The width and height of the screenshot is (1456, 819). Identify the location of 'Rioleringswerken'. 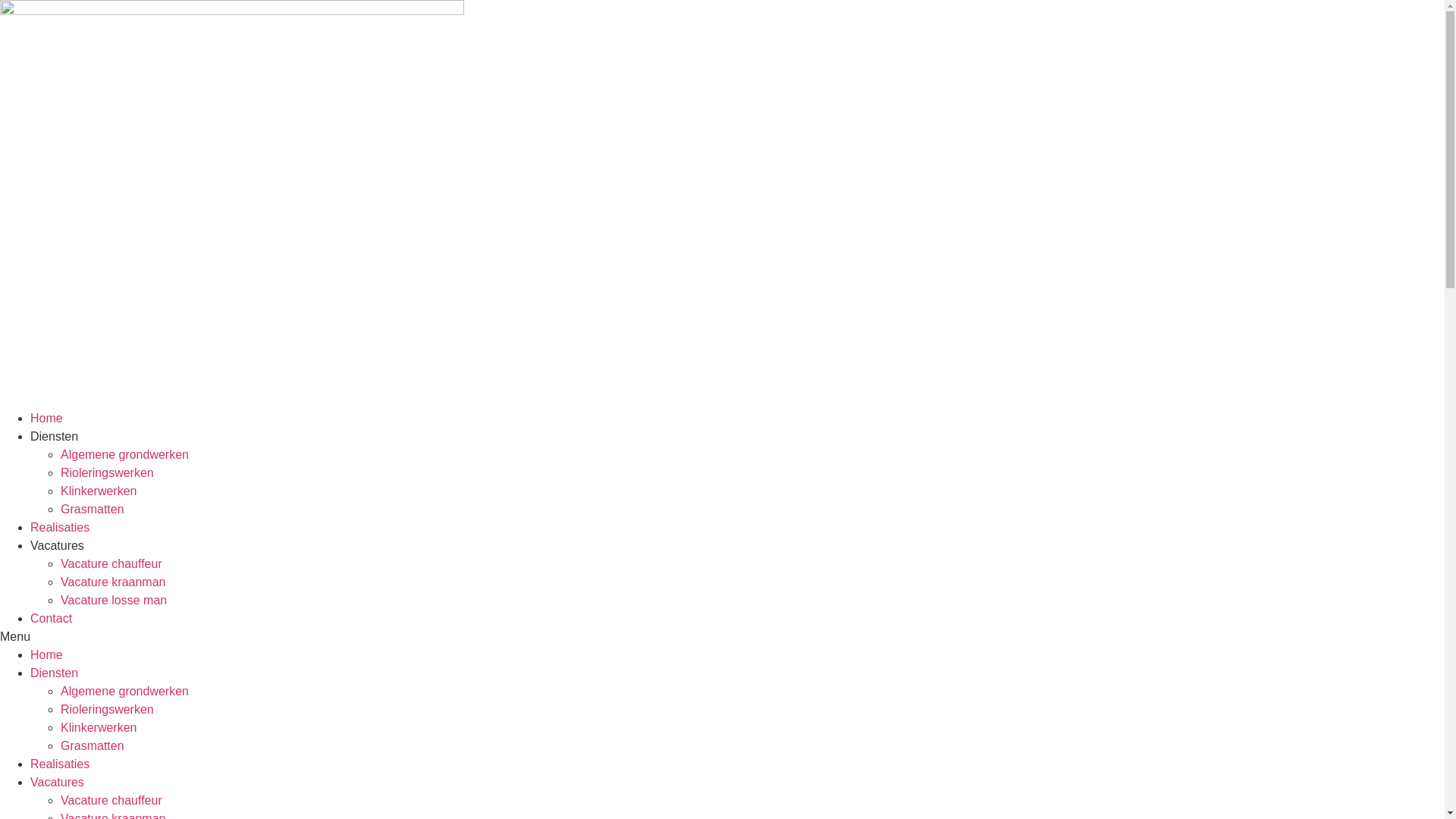
(106, 472).